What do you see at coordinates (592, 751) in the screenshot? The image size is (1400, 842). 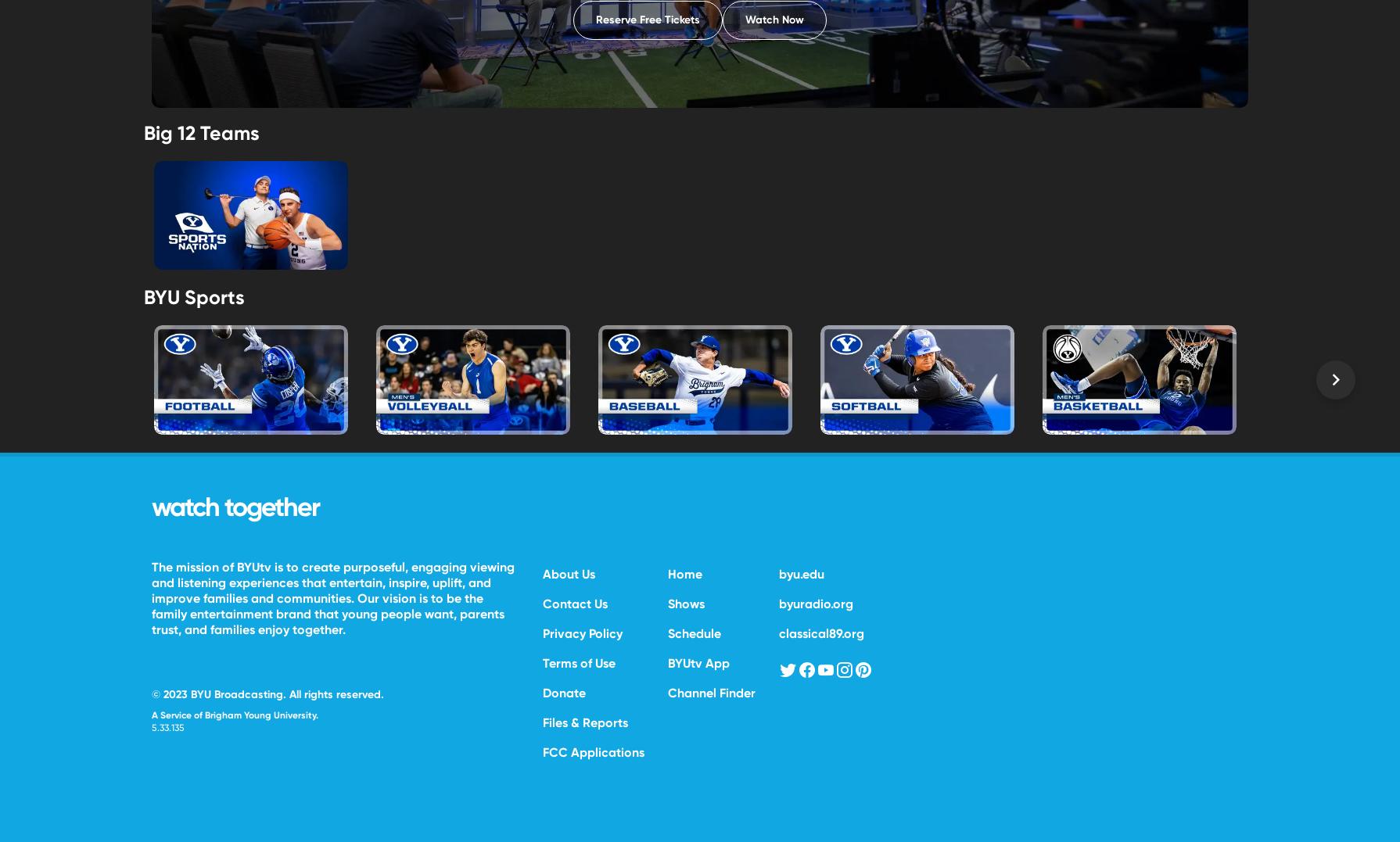 I see `'FCC Applications'` at bounding box center [592, 751].